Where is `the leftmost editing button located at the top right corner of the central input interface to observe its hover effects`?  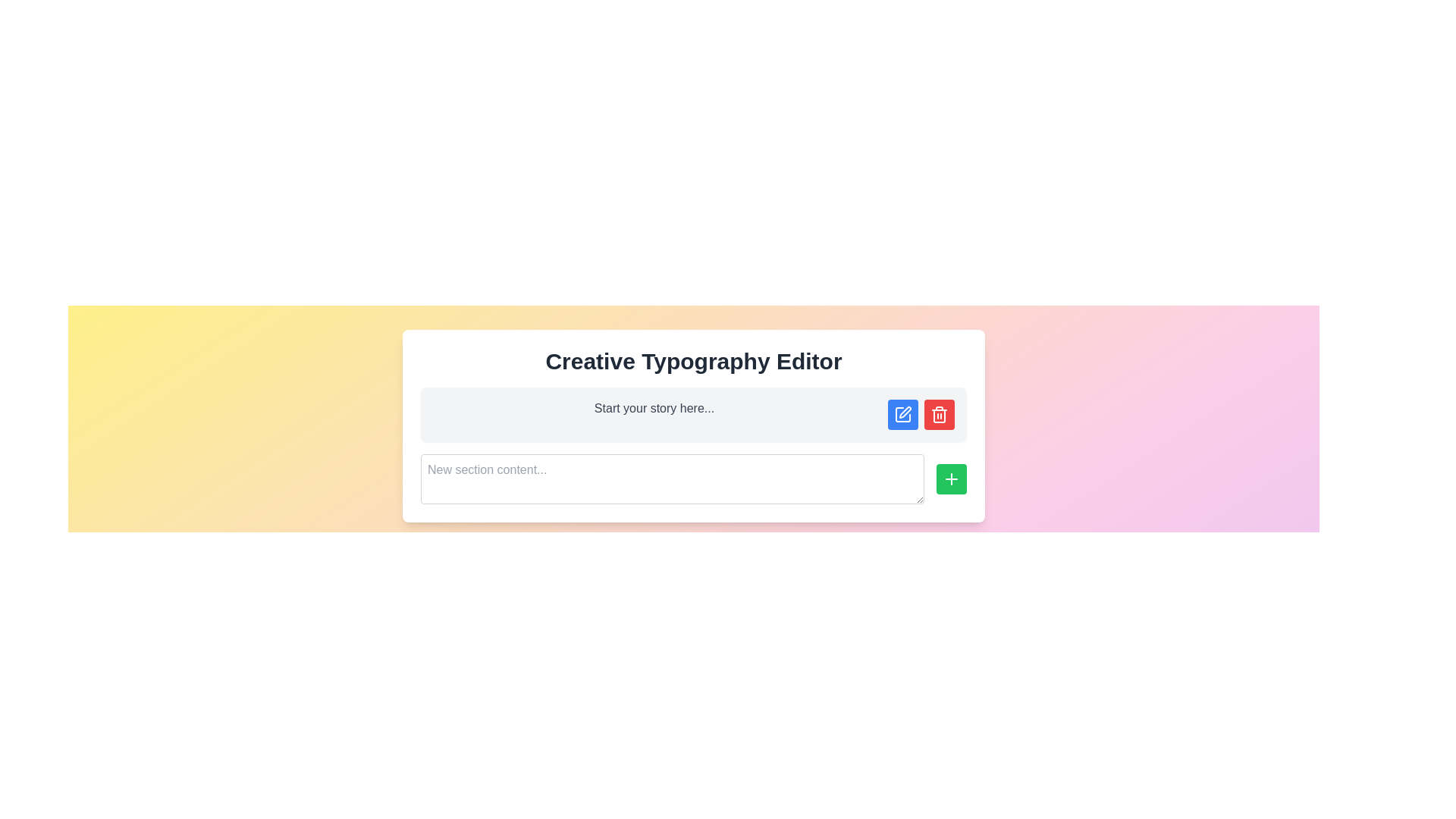
the leftmost editing button located at the top right corner of the central input interface to observe its hover effects is located at coordinates (902, 415).